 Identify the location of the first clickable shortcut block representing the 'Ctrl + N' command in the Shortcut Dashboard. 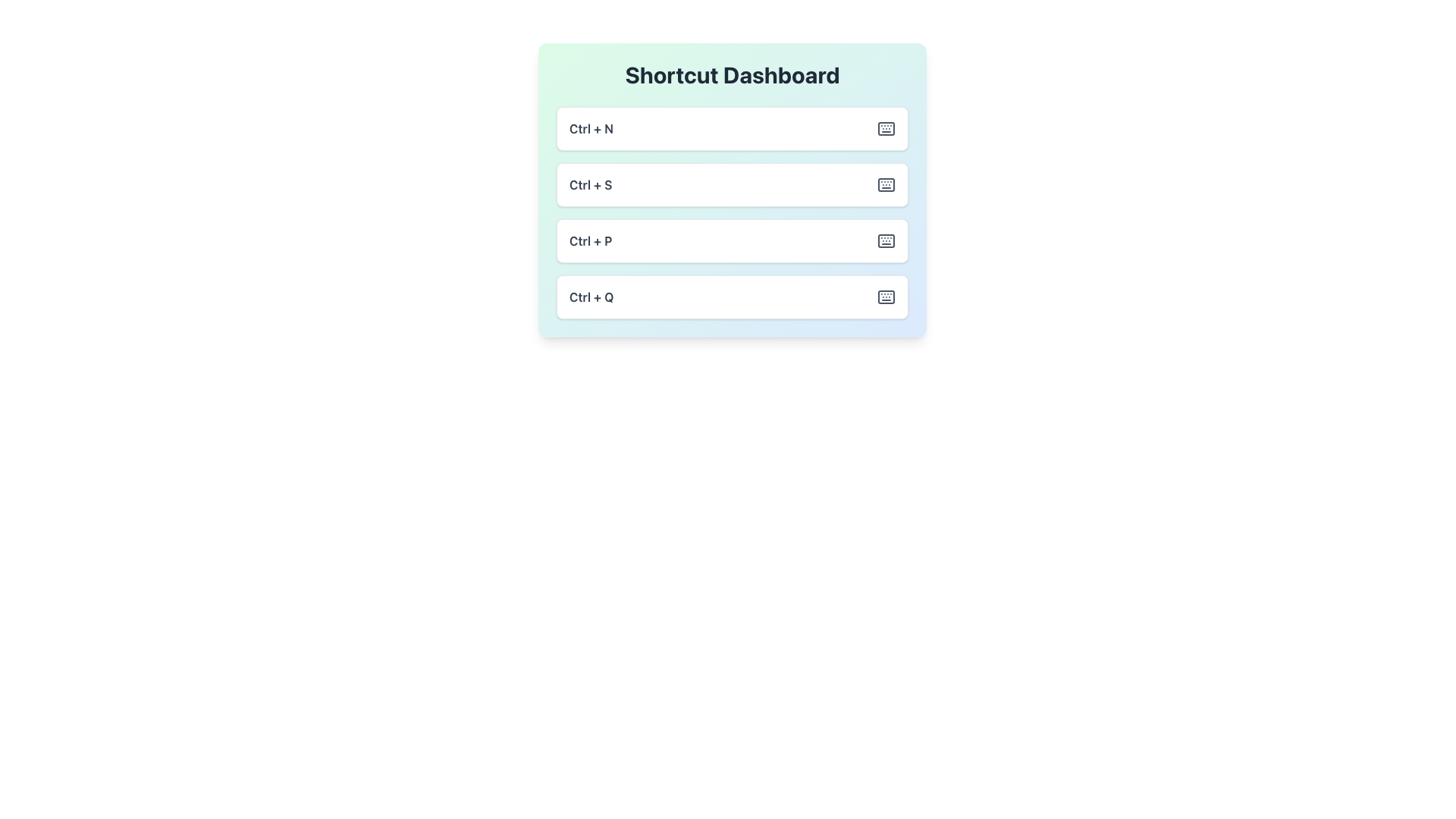
(732, 127).